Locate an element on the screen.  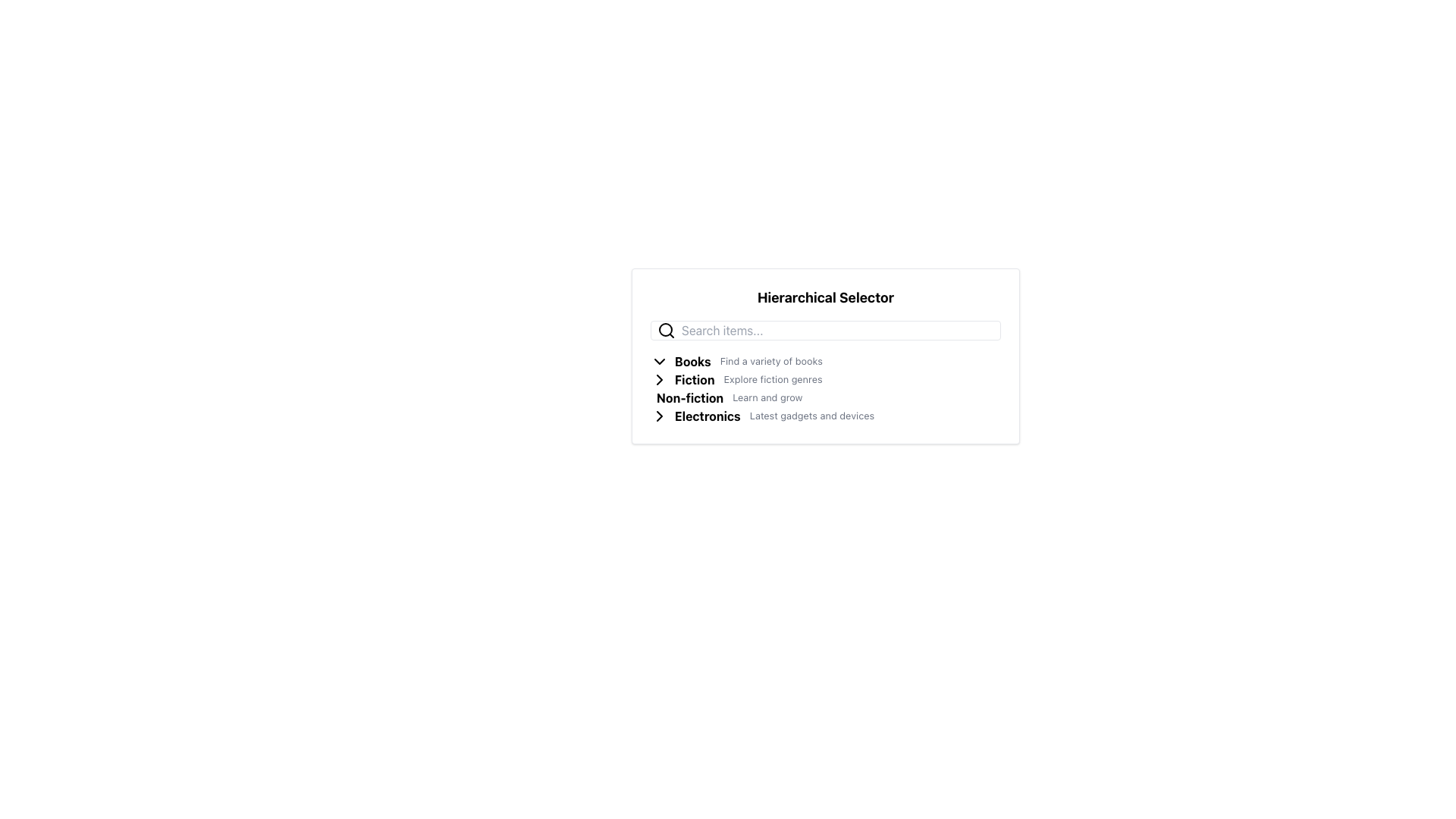
the right-chevron icon next to the 'Electronics' label is located at coordinates (659, 416).